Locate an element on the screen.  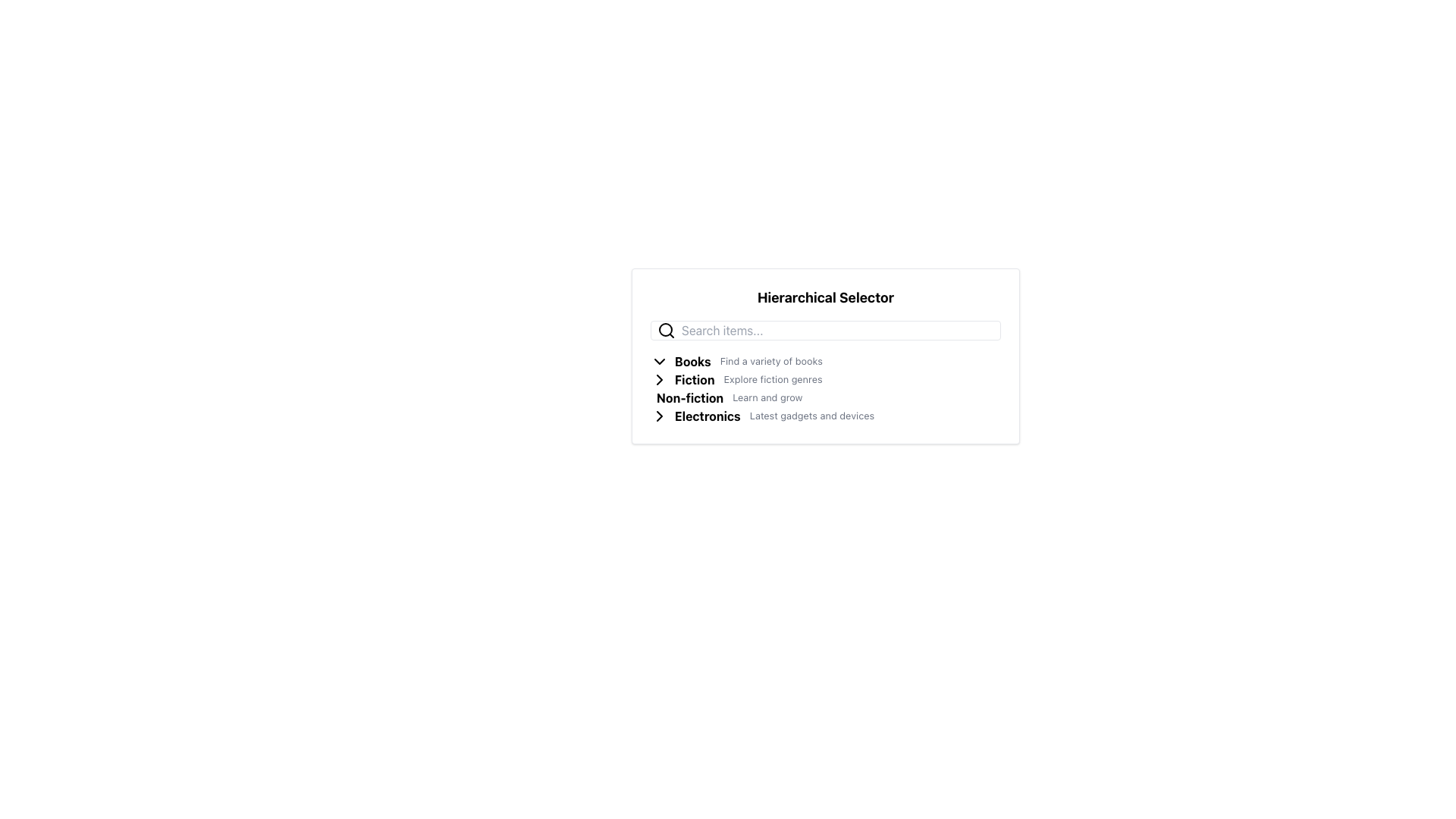
the right-chevron icon next to the 'Electronics' label is located at coordinates (659, 416).